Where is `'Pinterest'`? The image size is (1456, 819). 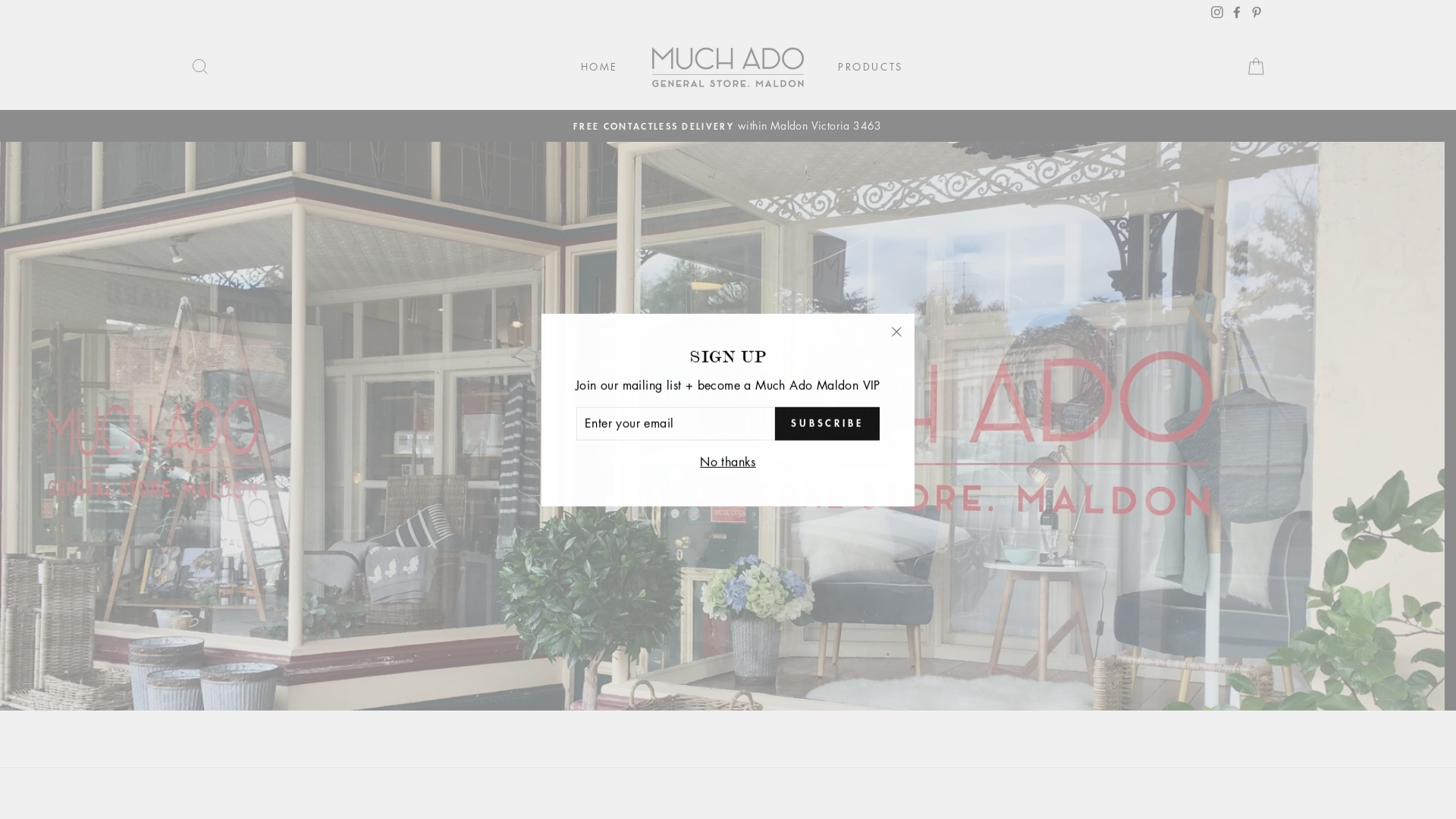 'Pinterest' is located at coordinates (1241, 11).